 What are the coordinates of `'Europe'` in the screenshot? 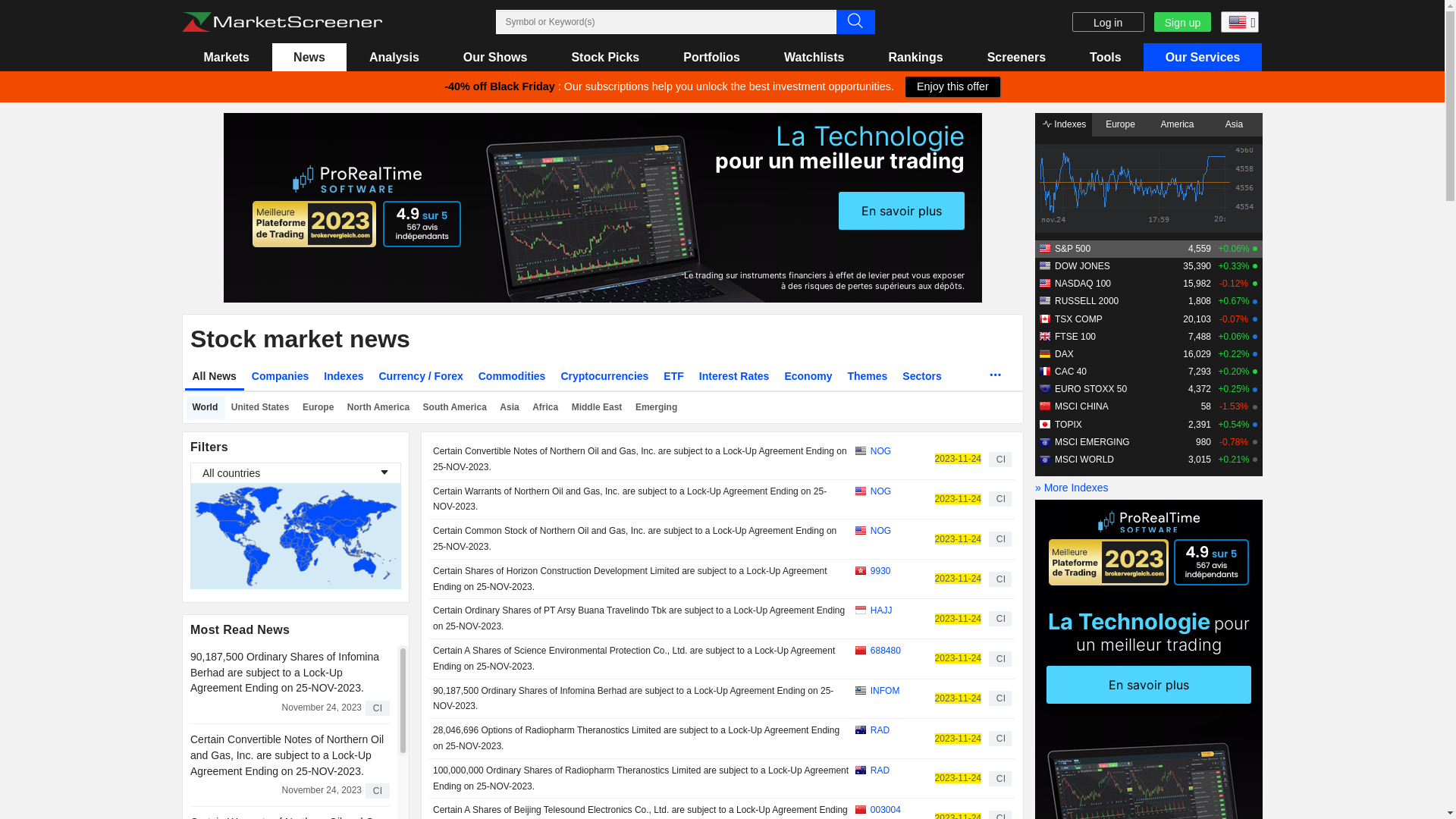 It's located at (1120, 124).